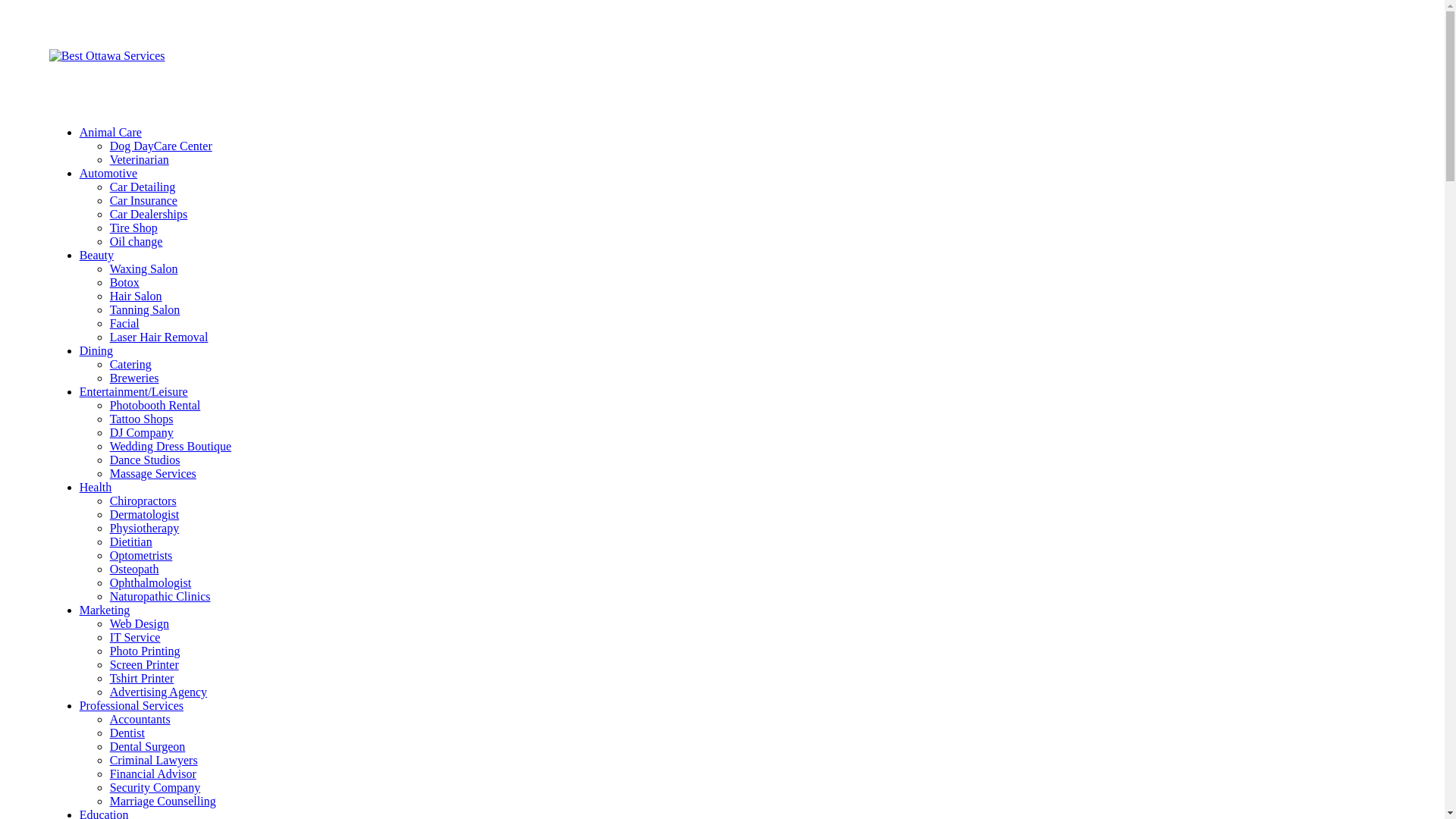 This screenshot has height=819, width=1456. What do you see at coordinates (171, 445) in the screenshot?
I see `'Wedding Dress Boutique'` at bounding box center [171, 445].